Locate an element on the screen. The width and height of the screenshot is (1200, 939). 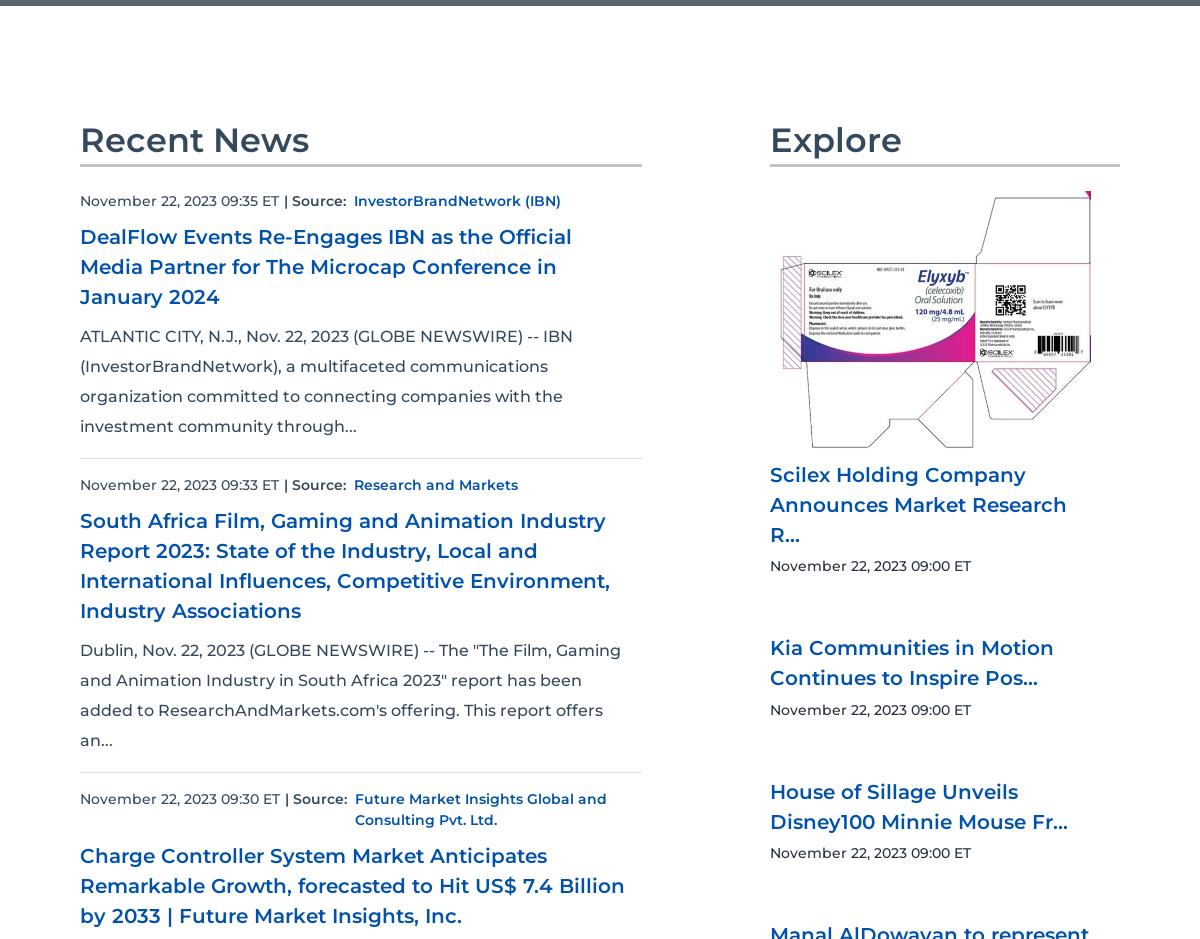
'South Africa Film, Gaming and Animation Industry Report 2023: State of the Industry, Local and International Influences, Competitive Environment, Industry Associations' is located at coordinates (345, 563).